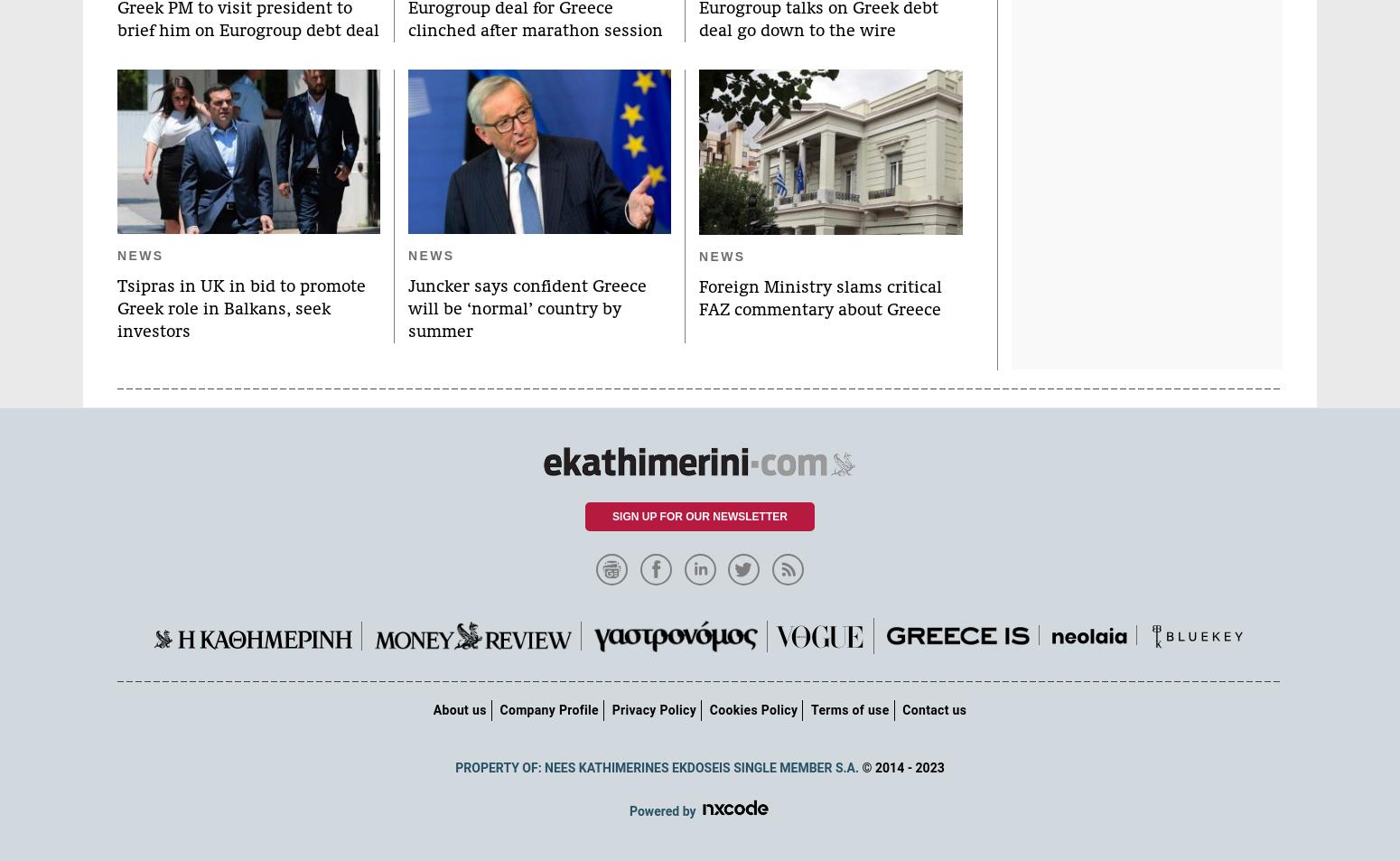  What do you see at coordinates (934, 710) in the screenshot?
I see `'Contact us'` at bounding box center [934, 710].